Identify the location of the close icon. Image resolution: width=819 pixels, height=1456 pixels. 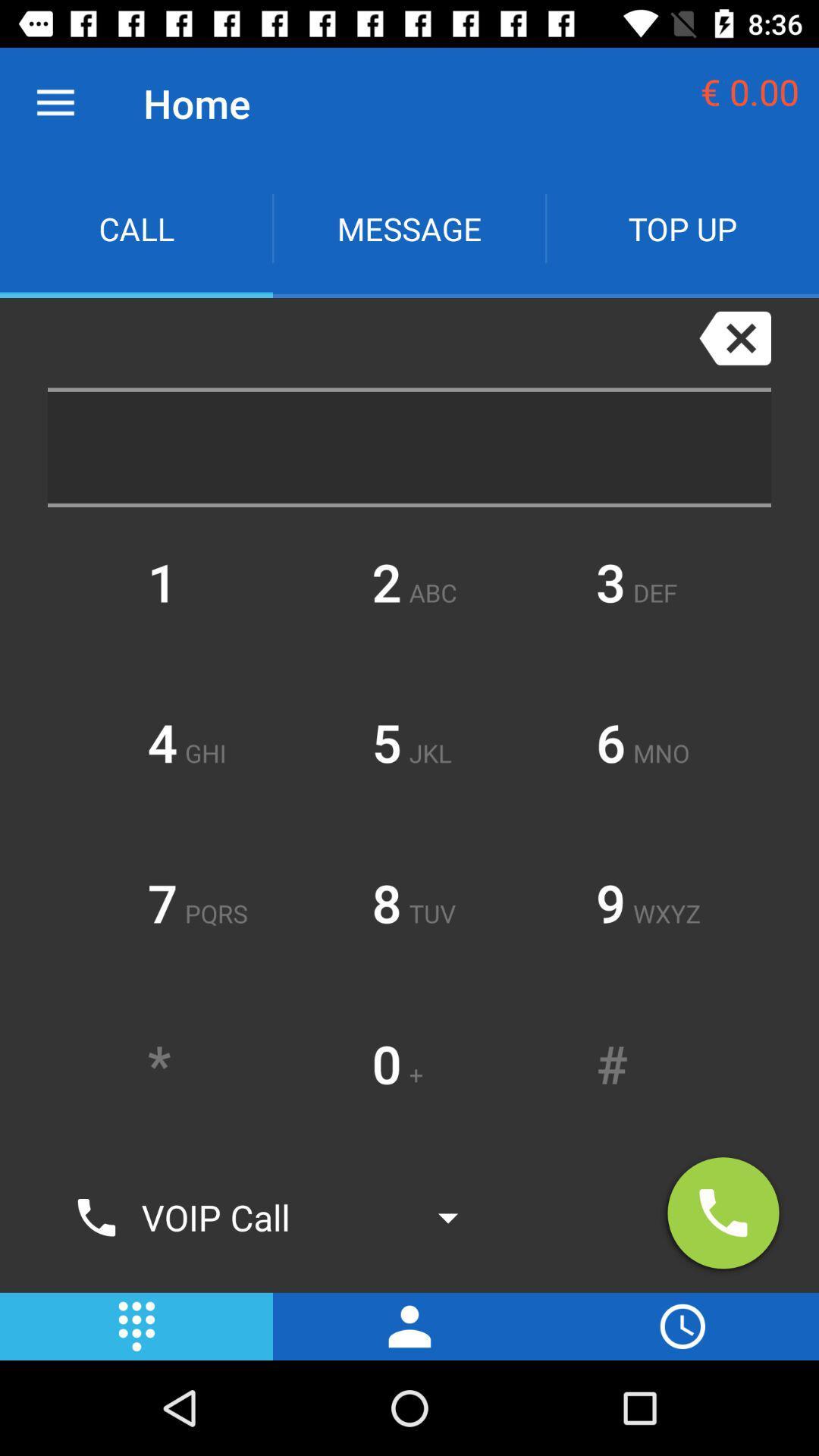
(734, 337).